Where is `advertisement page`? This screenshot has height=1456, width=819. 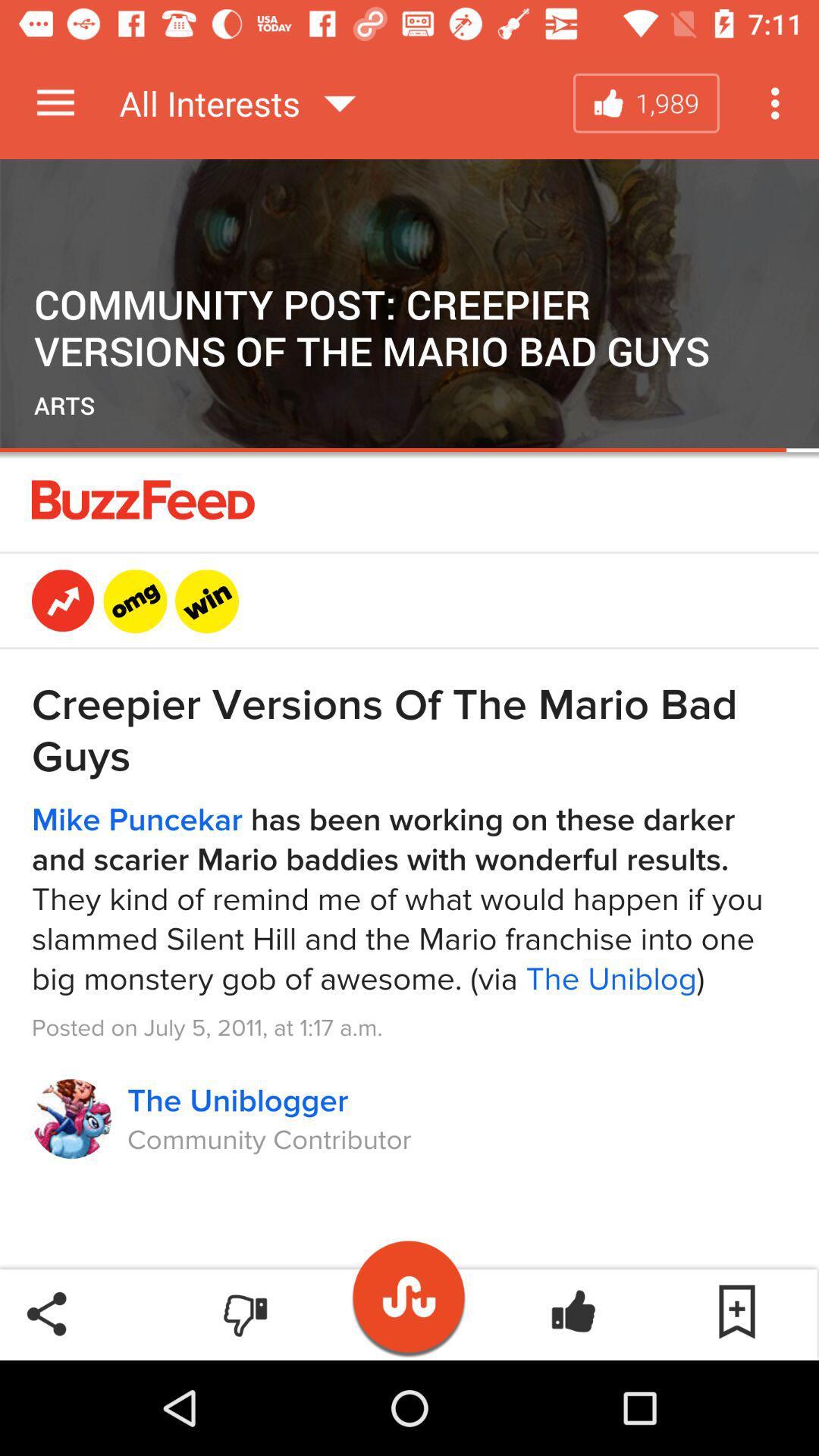 advertisement page is located at coordinates (409, 859).